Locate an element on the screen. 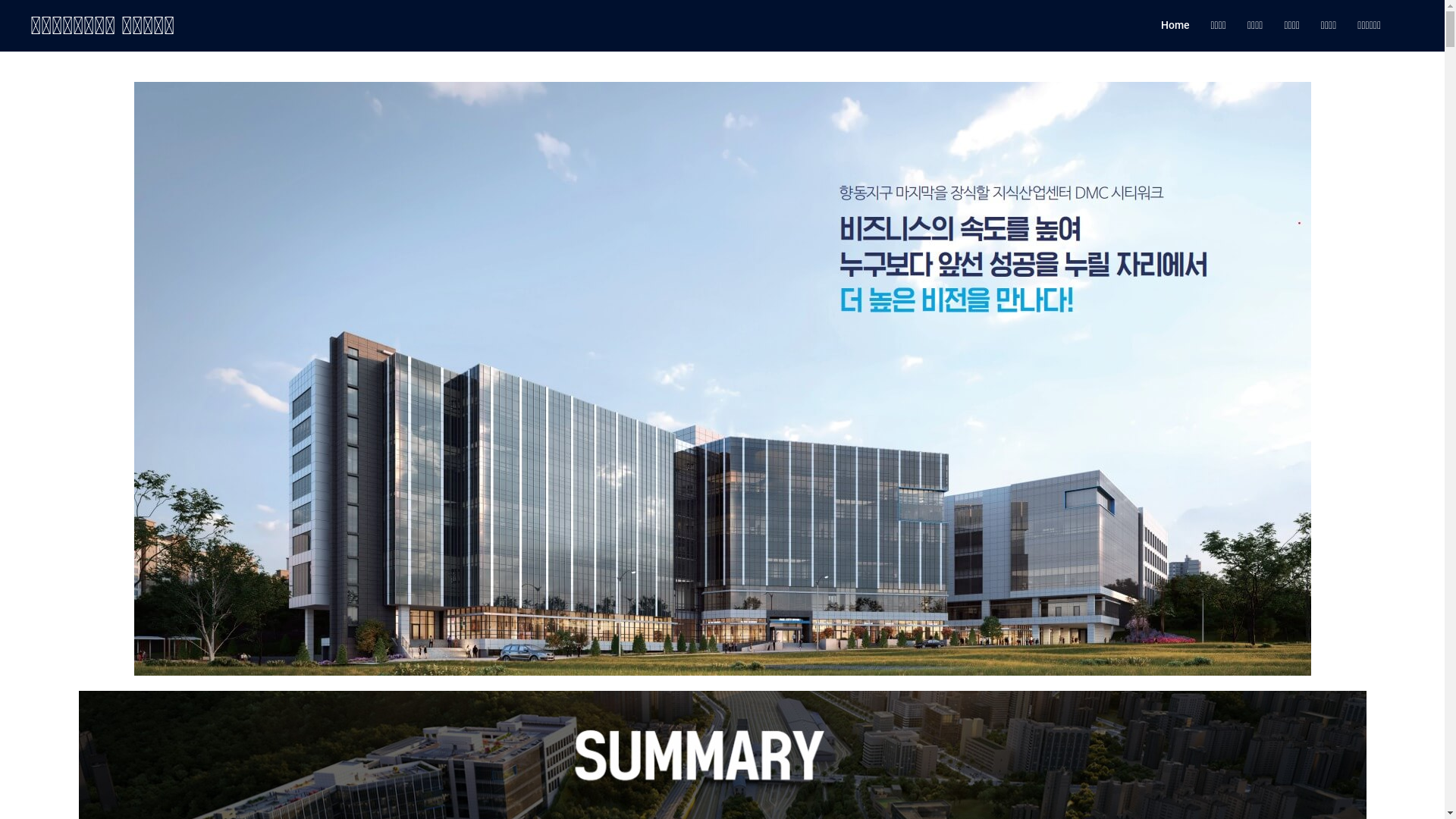 The width and height of the screenshot is (1456, 819). 'Home' is located at coordinates (1174, 26).